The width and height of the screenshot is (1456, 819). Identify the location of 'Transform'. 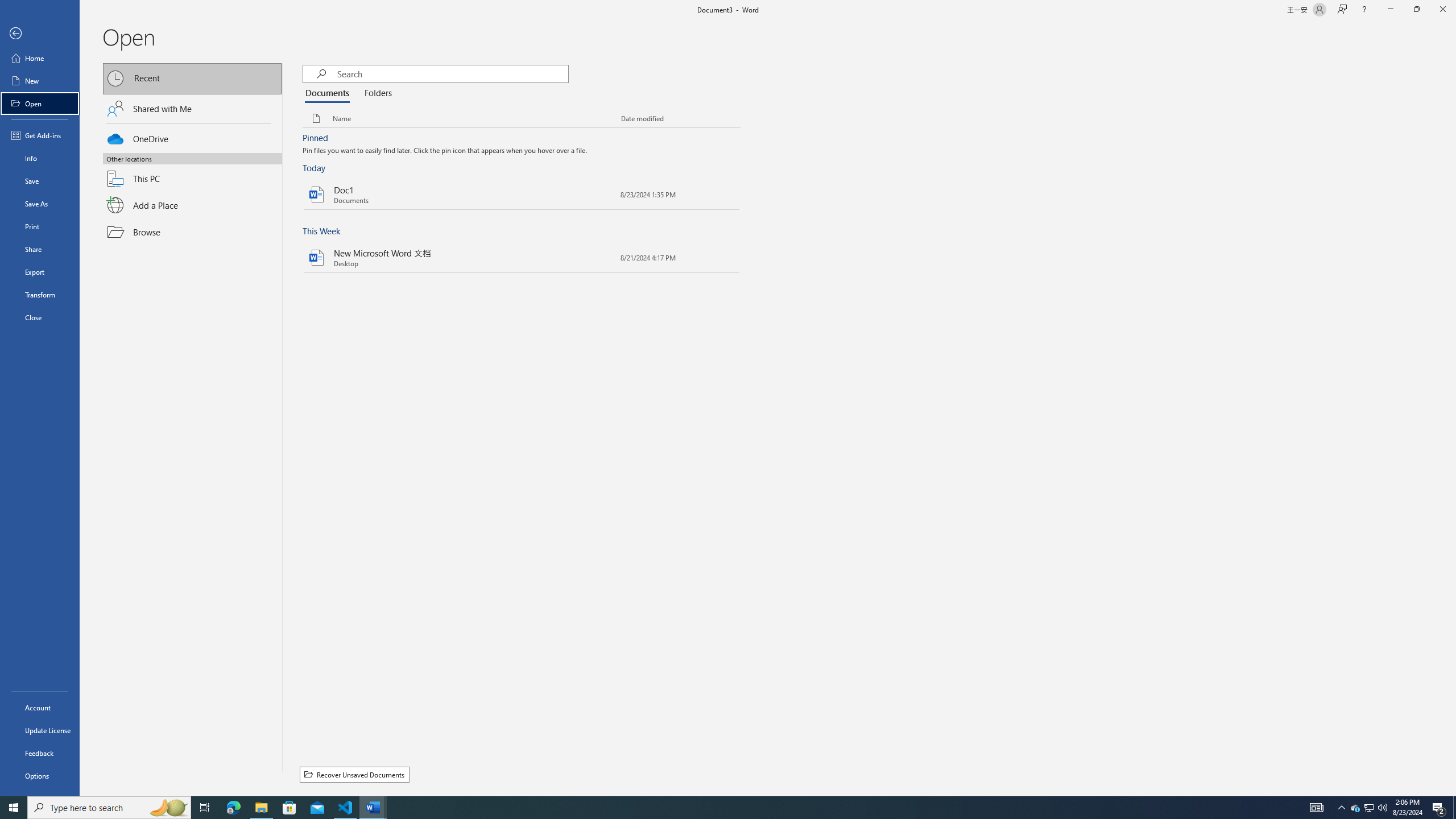
(39, 294).